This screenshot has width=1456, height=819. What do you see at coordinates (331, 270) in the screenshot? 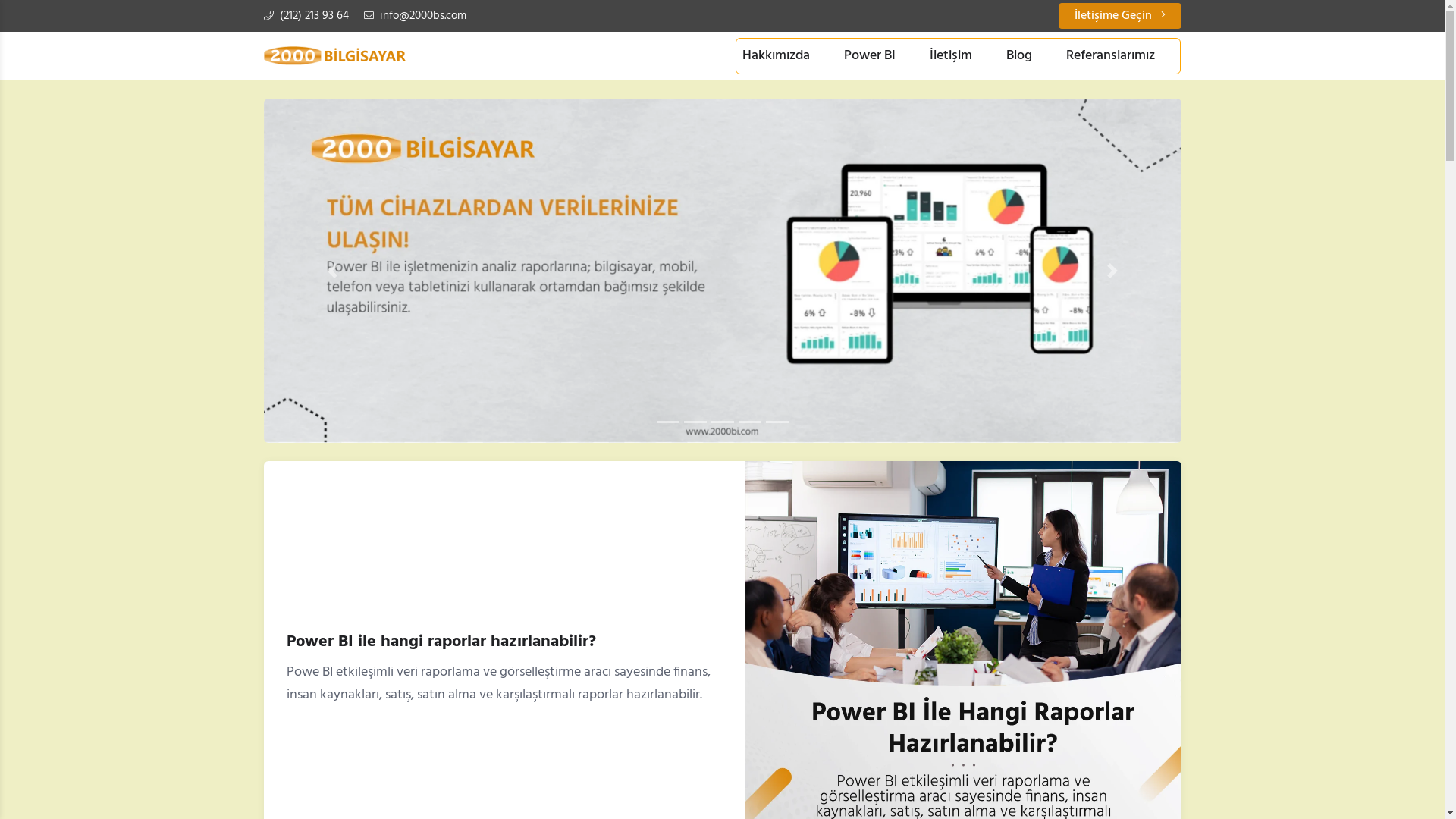
I see `'Previous'` at bounding box center [331, 270].